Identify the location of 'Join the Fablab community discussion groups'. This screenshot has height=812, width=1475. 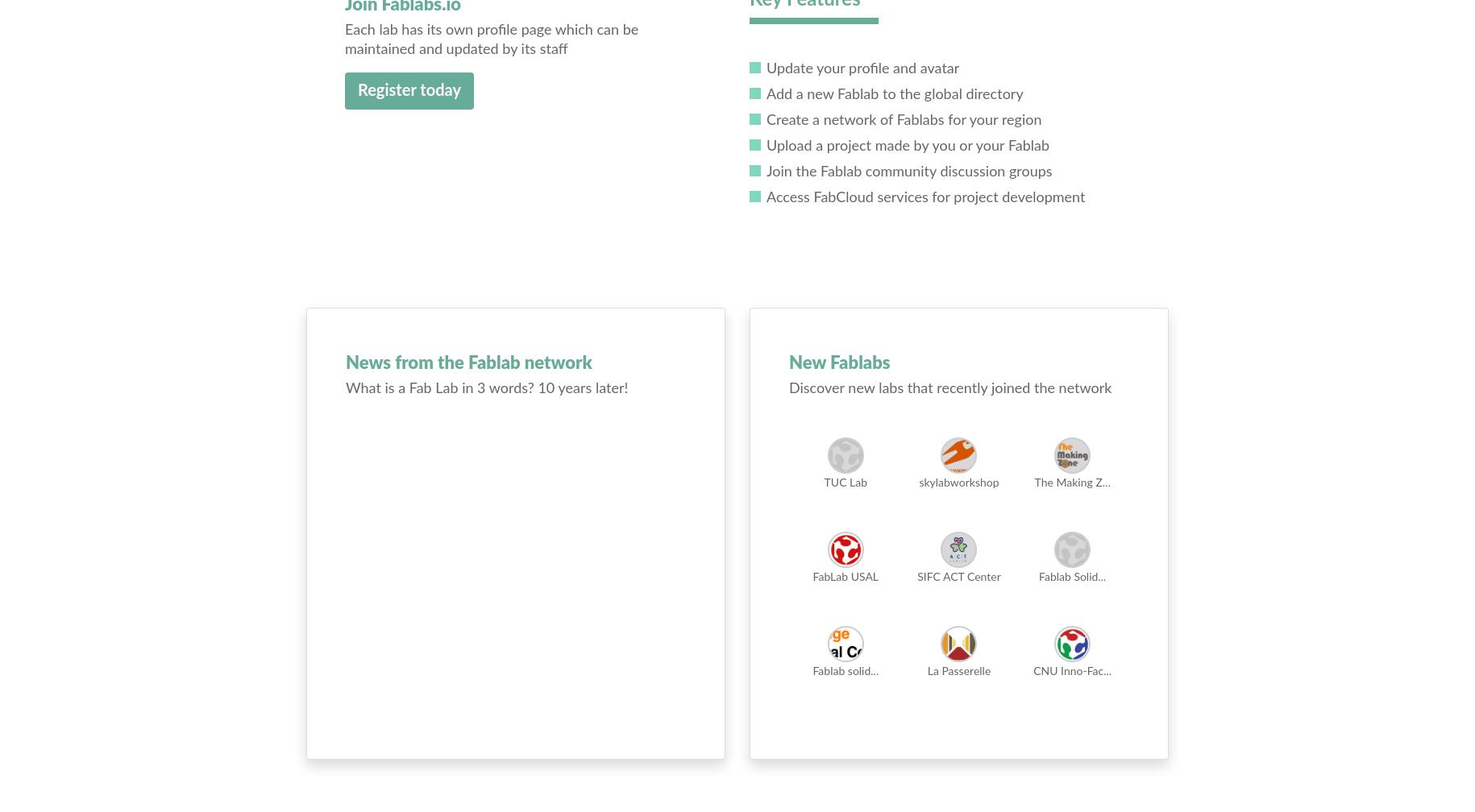
(908, 172).